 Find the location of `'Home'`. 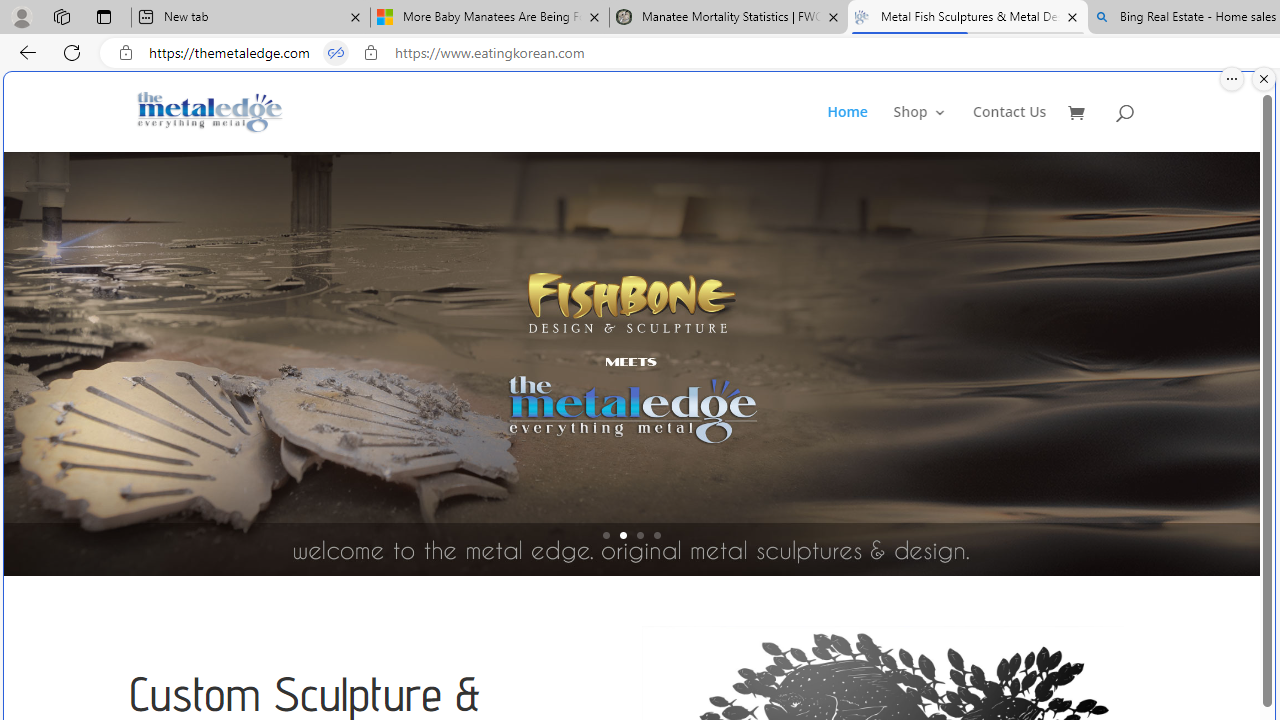

'Home' is located at coordinates (858, 128).